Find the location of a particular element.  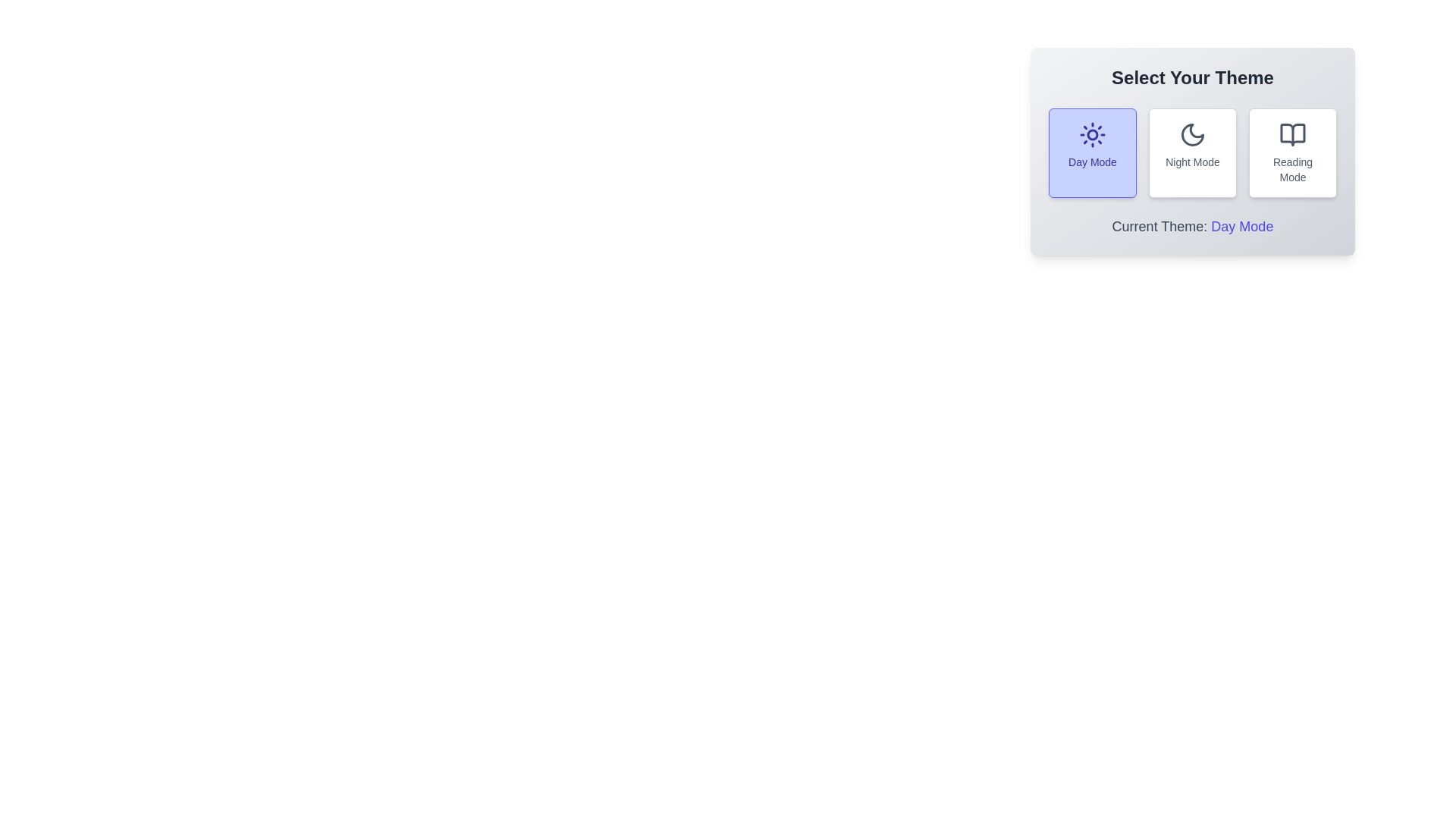

the button corresponding to the desired theme: Reading Mode is located at coordinates (1291, 152).